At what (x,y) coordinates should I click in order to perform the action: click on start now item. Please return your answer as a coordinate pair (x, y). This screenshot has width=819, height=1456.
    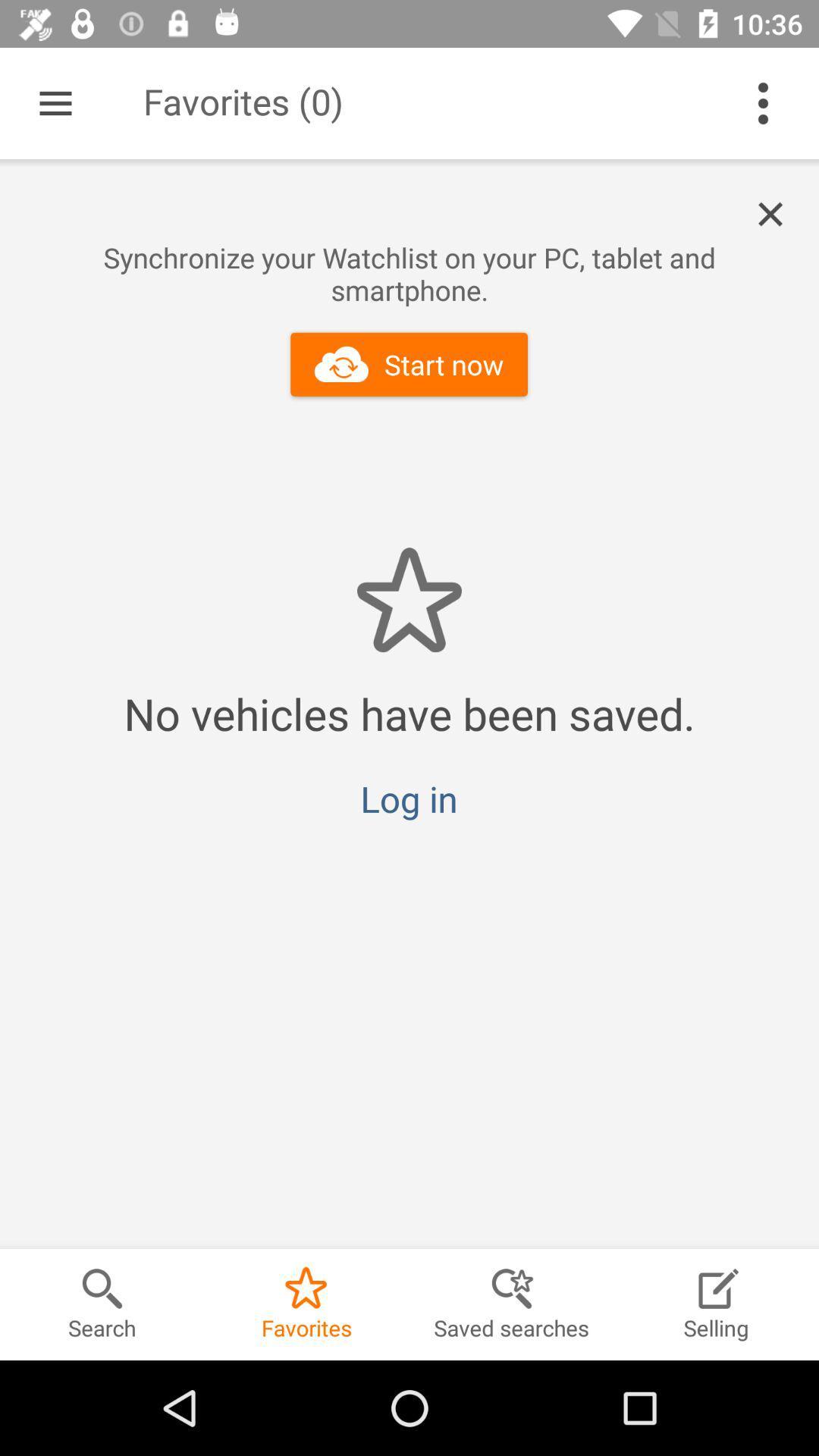
    Looking at the image, I should click on (408, 364).